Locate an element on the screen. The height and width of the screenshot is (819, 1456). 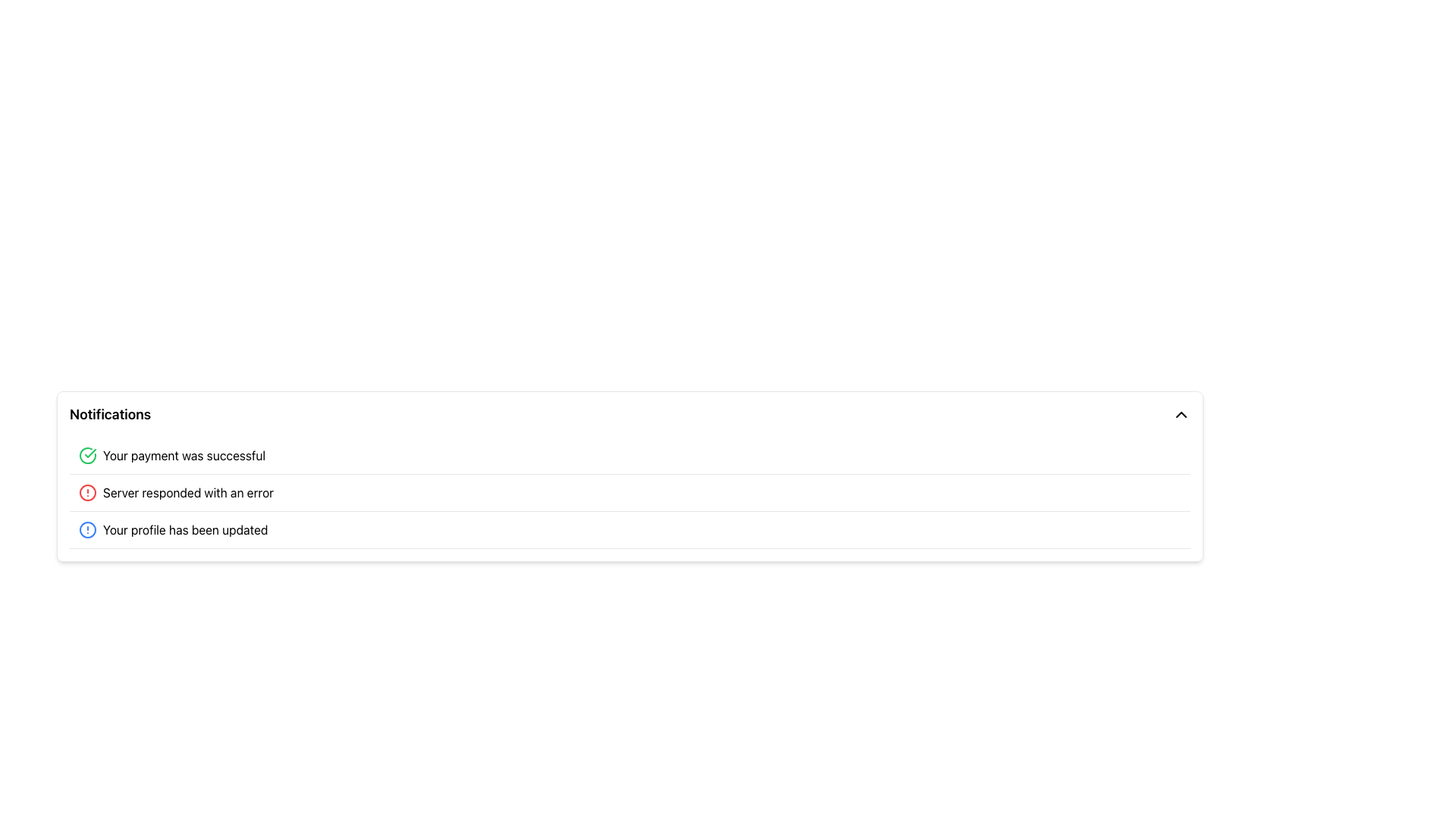
the second notification list item that indicates an error response from the server, located between 'Your payment was successful' and 'Your profile has been updated' is located at coordinates (629, 493).